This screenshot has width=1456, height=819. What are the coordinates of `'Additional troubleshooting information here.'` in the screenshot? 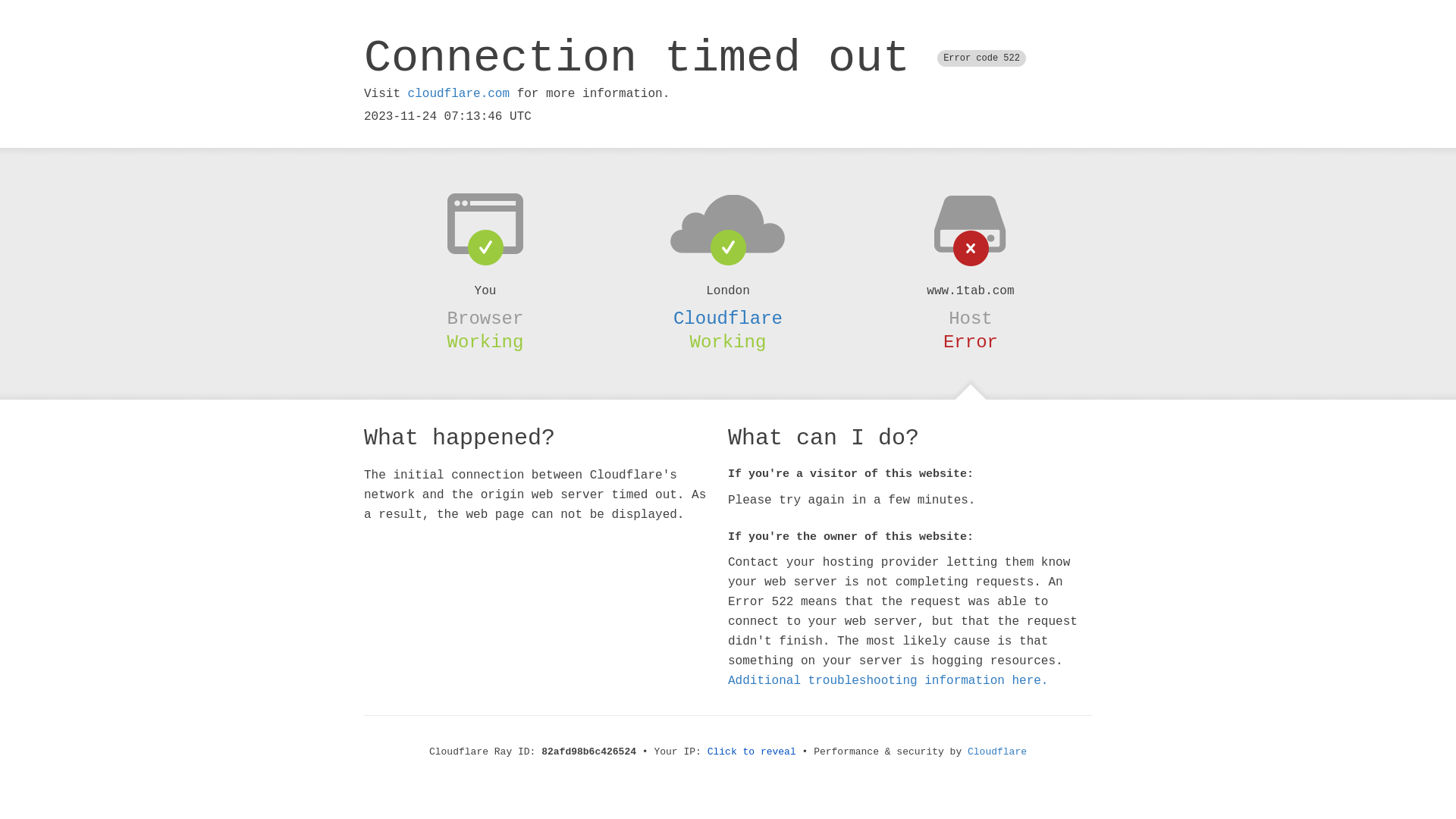 It's located at (728, 680).